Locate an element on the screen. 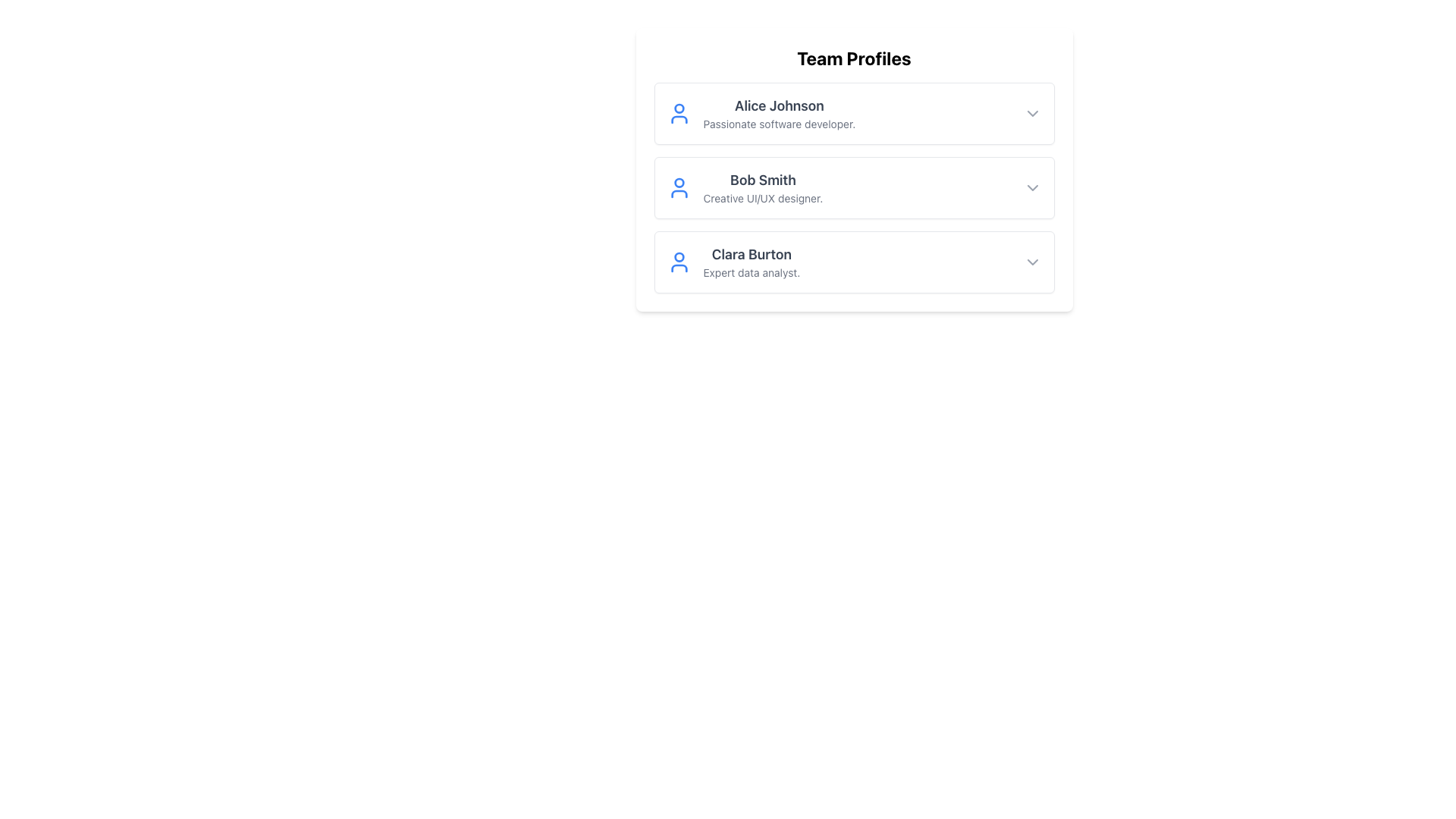 The image size is (1456, 819). the Profile Card displaying user information for 'Clara Burton', which is the last card in a vertical list of three is located at coordinates (854, 262).